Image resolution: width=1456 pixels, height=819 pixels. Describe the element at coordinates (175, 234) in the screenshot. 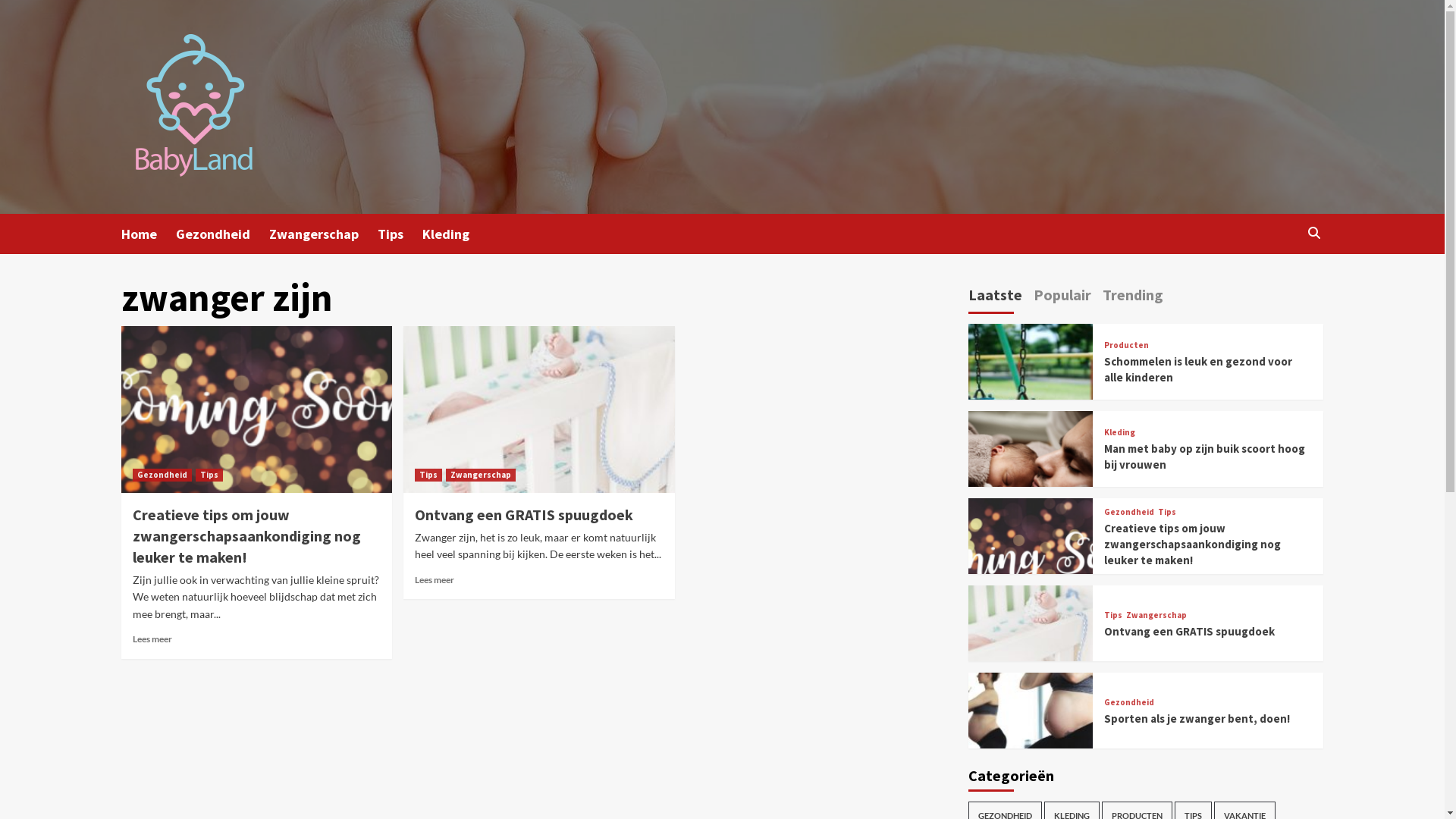

I see `'Gezondheid'` at that location.